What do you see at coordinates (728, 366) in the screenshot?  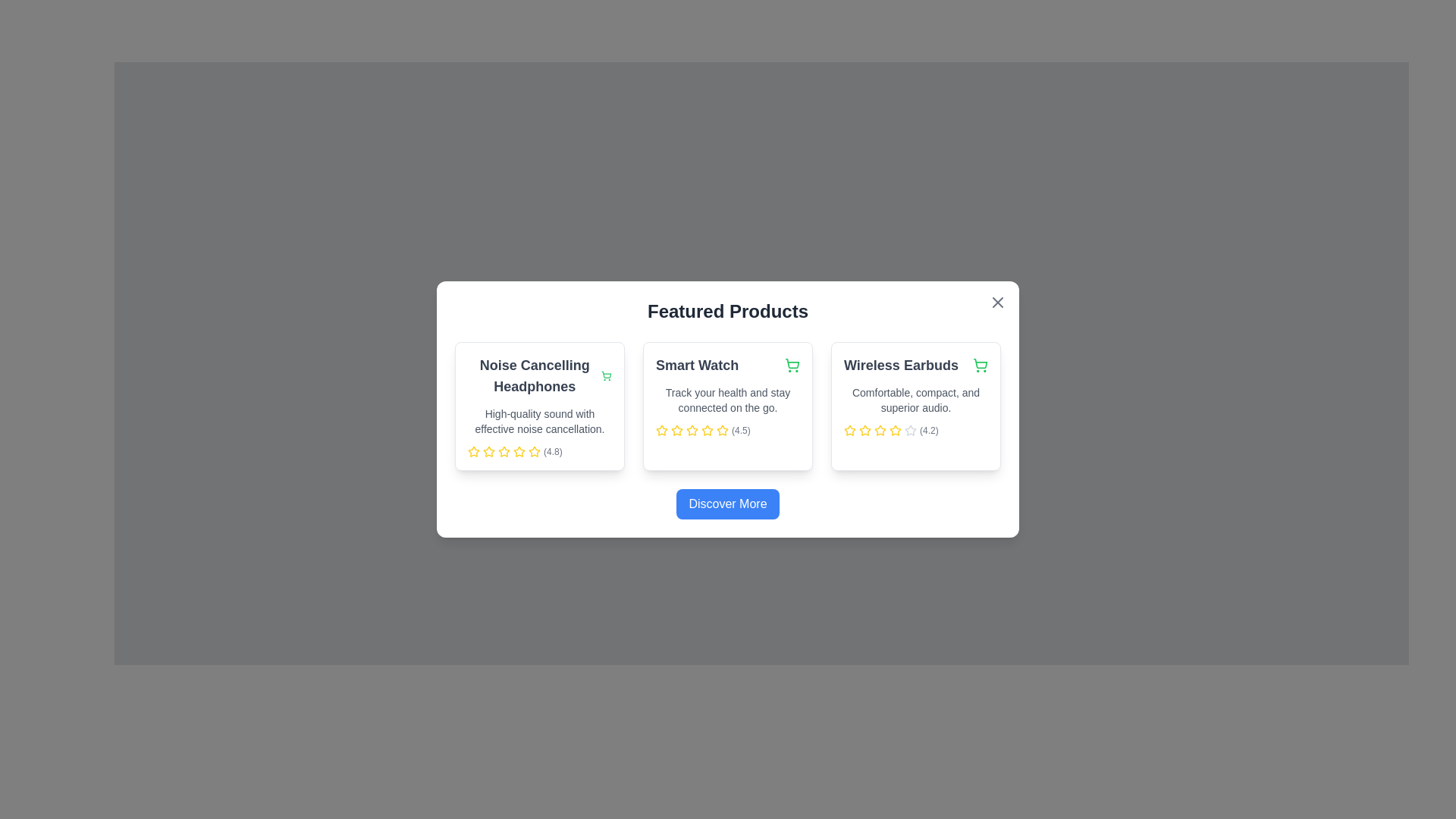 I see `the 'Smart Watch' text label, which is bold and large in black, positioned in the top center of the middle card within the 'Featured Products' modal` at bounding box center [728, 366].